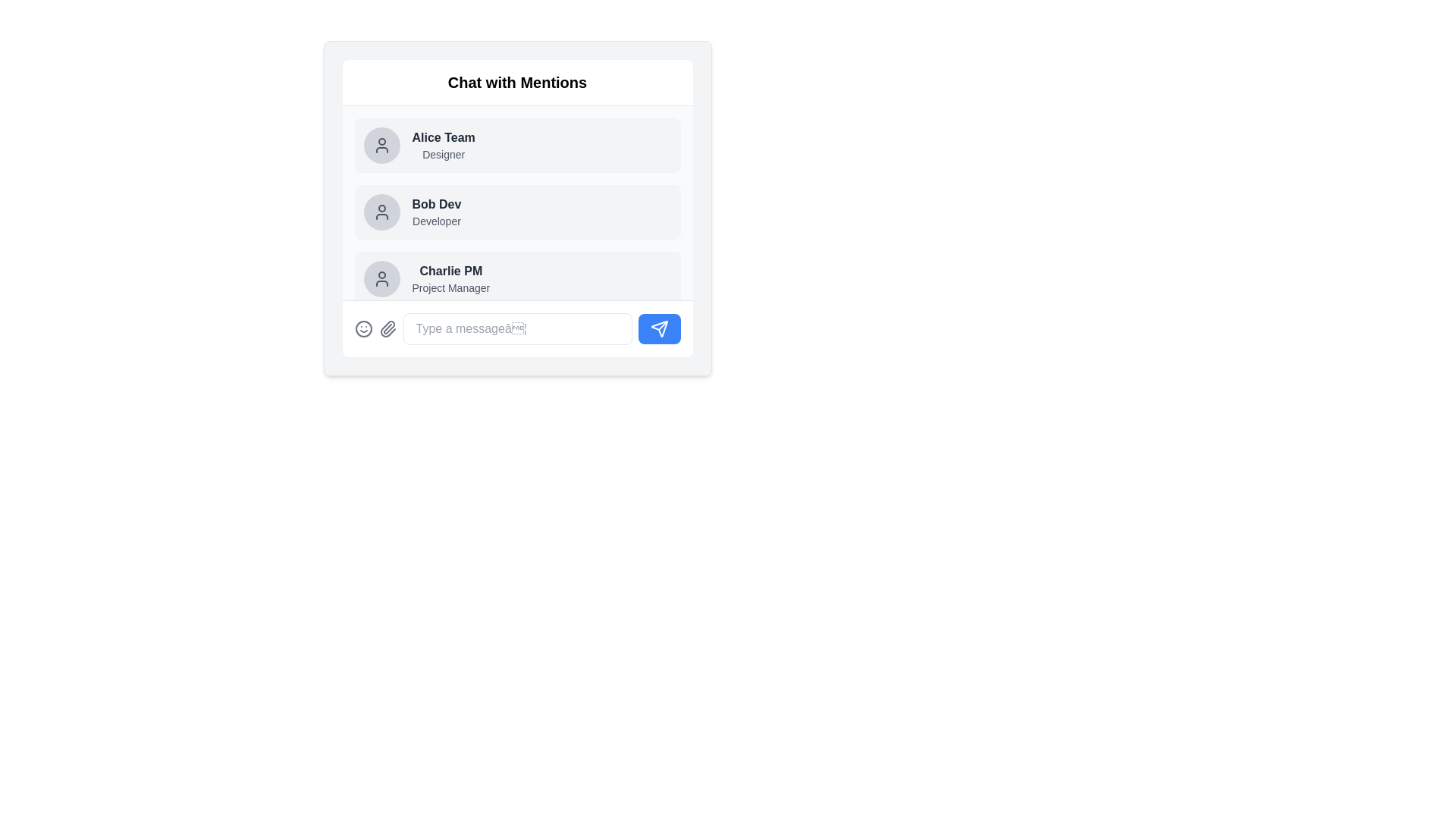 This screenshot has height=819, width=1456. What do you see at coordinates (381, 146) in the screenshot?
I see `the circular profile avatar icon with a gray person silhouette located in the first user card of the 'Chat with Mentions' list` at bounding box center [381, 146].